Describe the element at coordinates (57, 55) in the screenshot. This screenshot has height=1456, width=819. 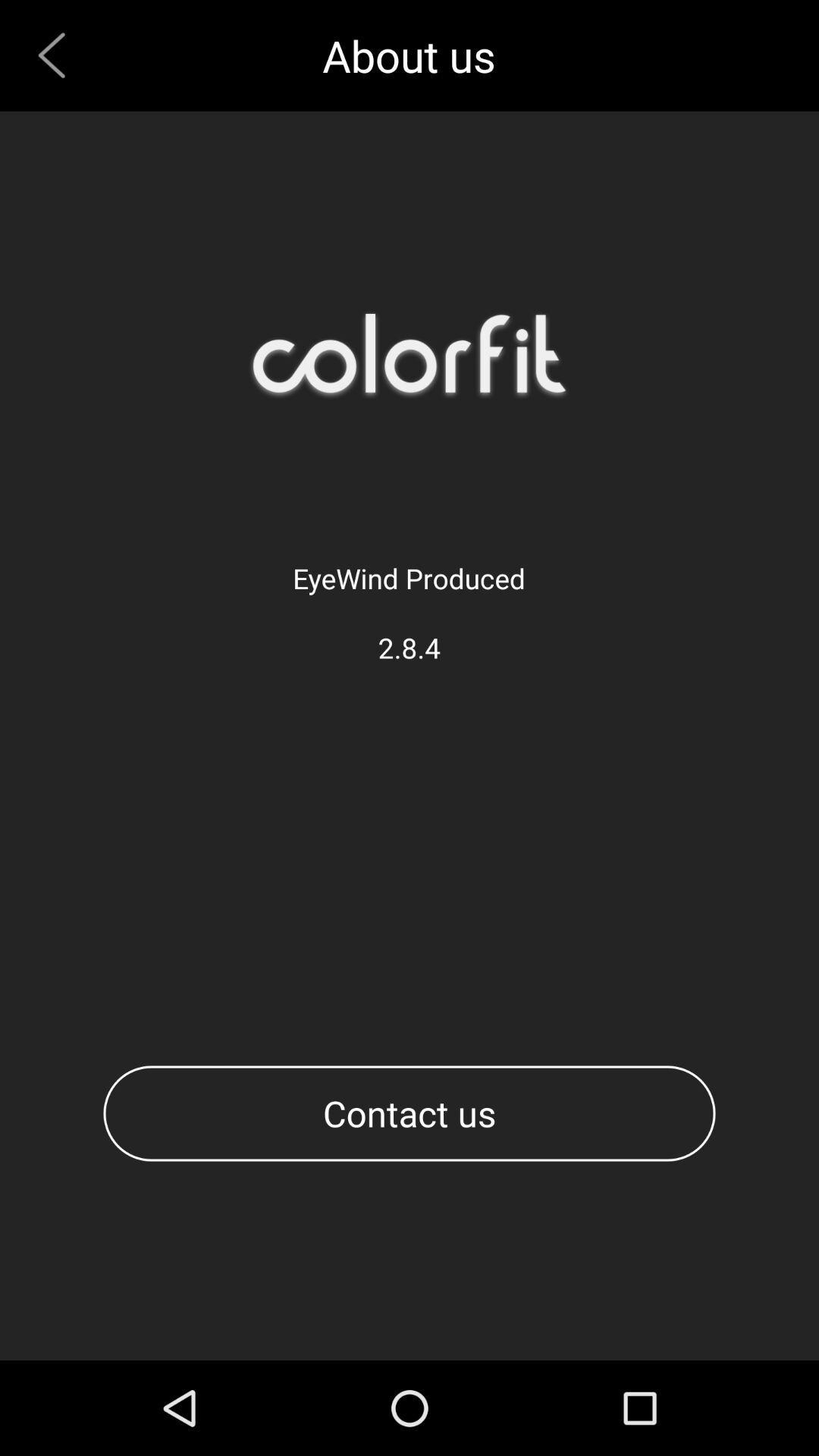
I see `the icon at the top left corner` at that location.